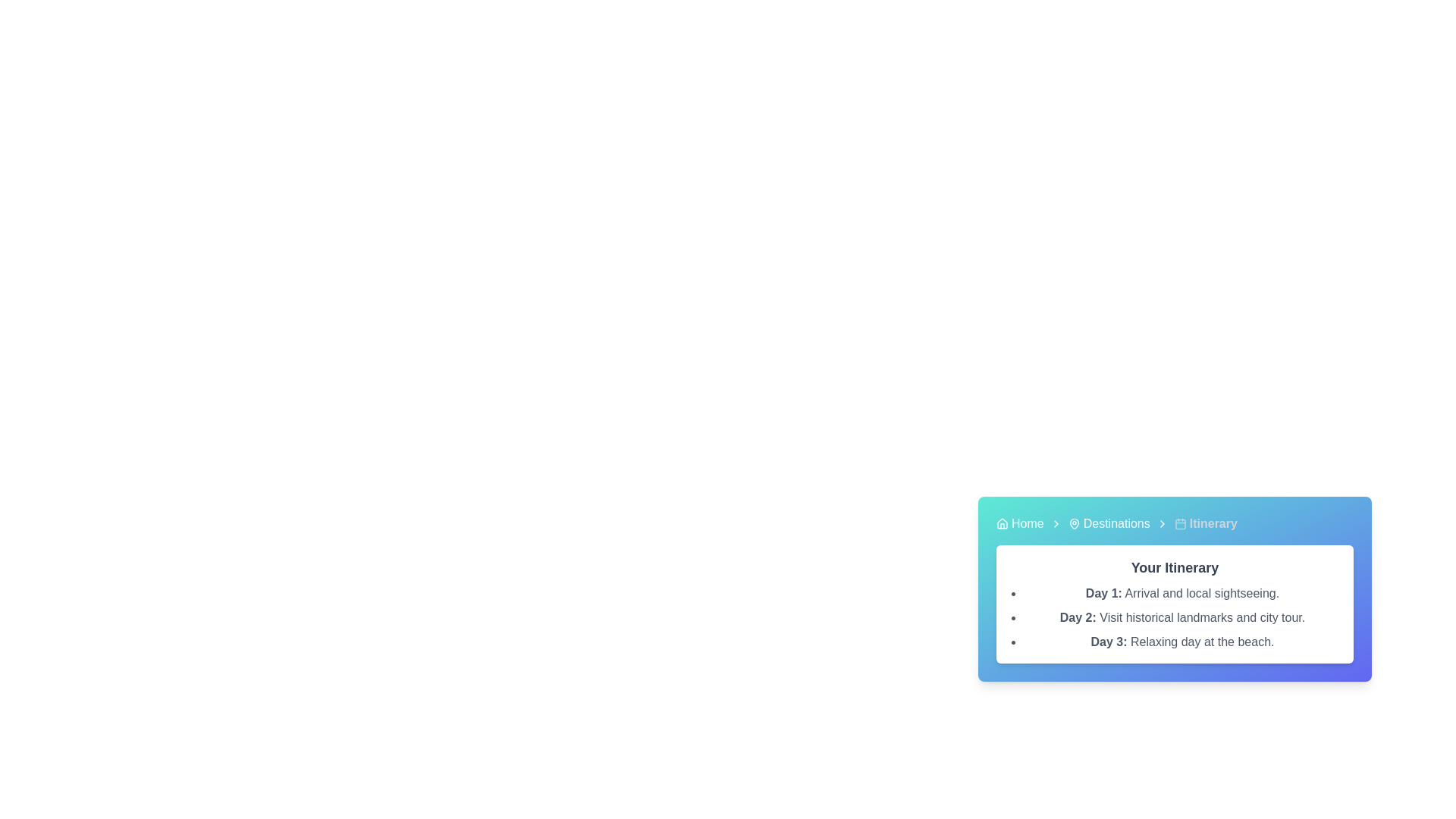  Describe the element at coordinates (1181, 642) in the screenshot. I see `text element that displays 'Day 3: Relaxing day at the beach.' which is part of the bulleted itinerary list under the heading 'Your Itinerary.'` at that location.